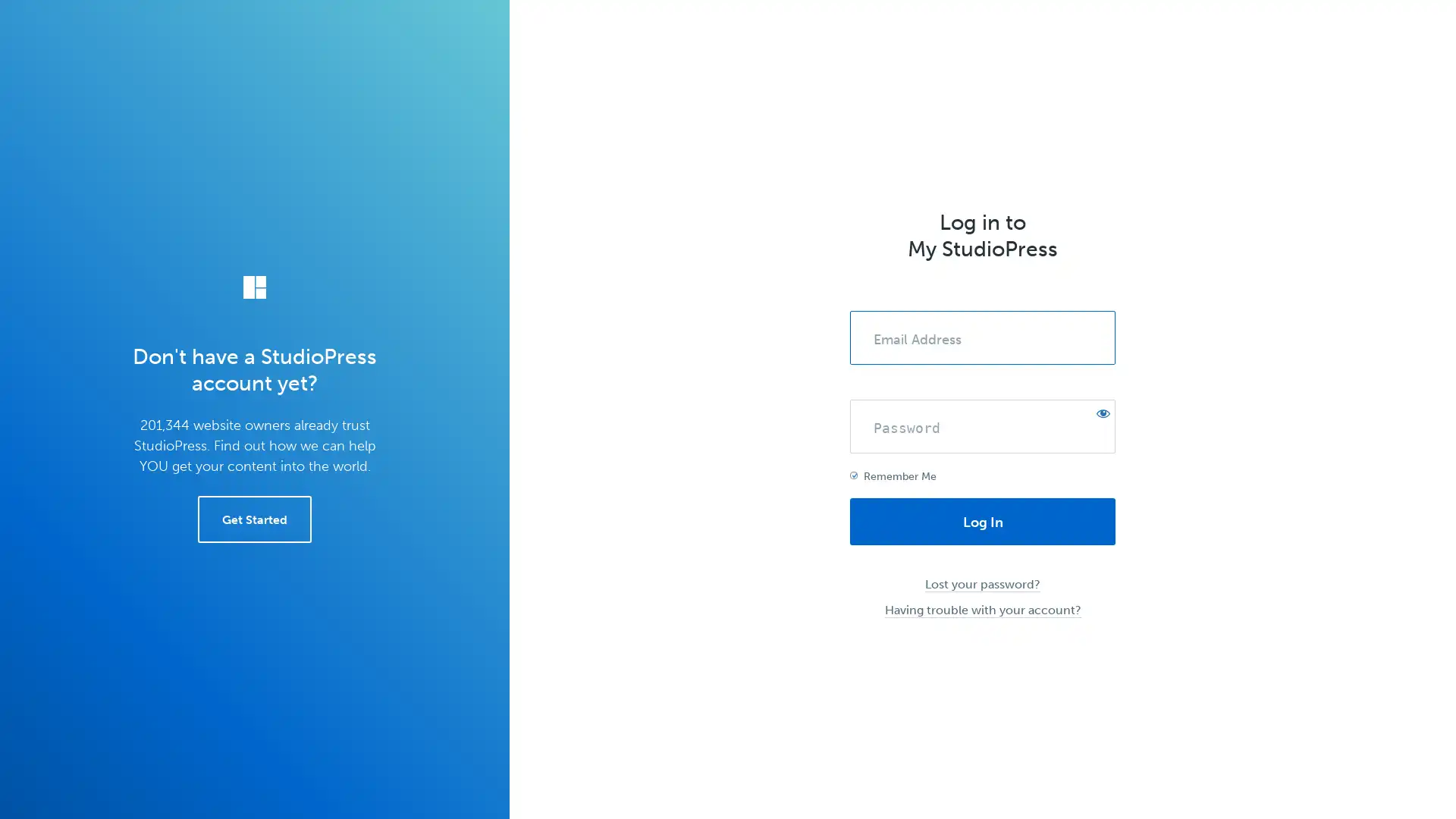 This screenshot has width=1456, height=819. What do you see at coordinates (1100, 414) in the screenshot?
I see `Show password` at bounding box center [1100, 414].